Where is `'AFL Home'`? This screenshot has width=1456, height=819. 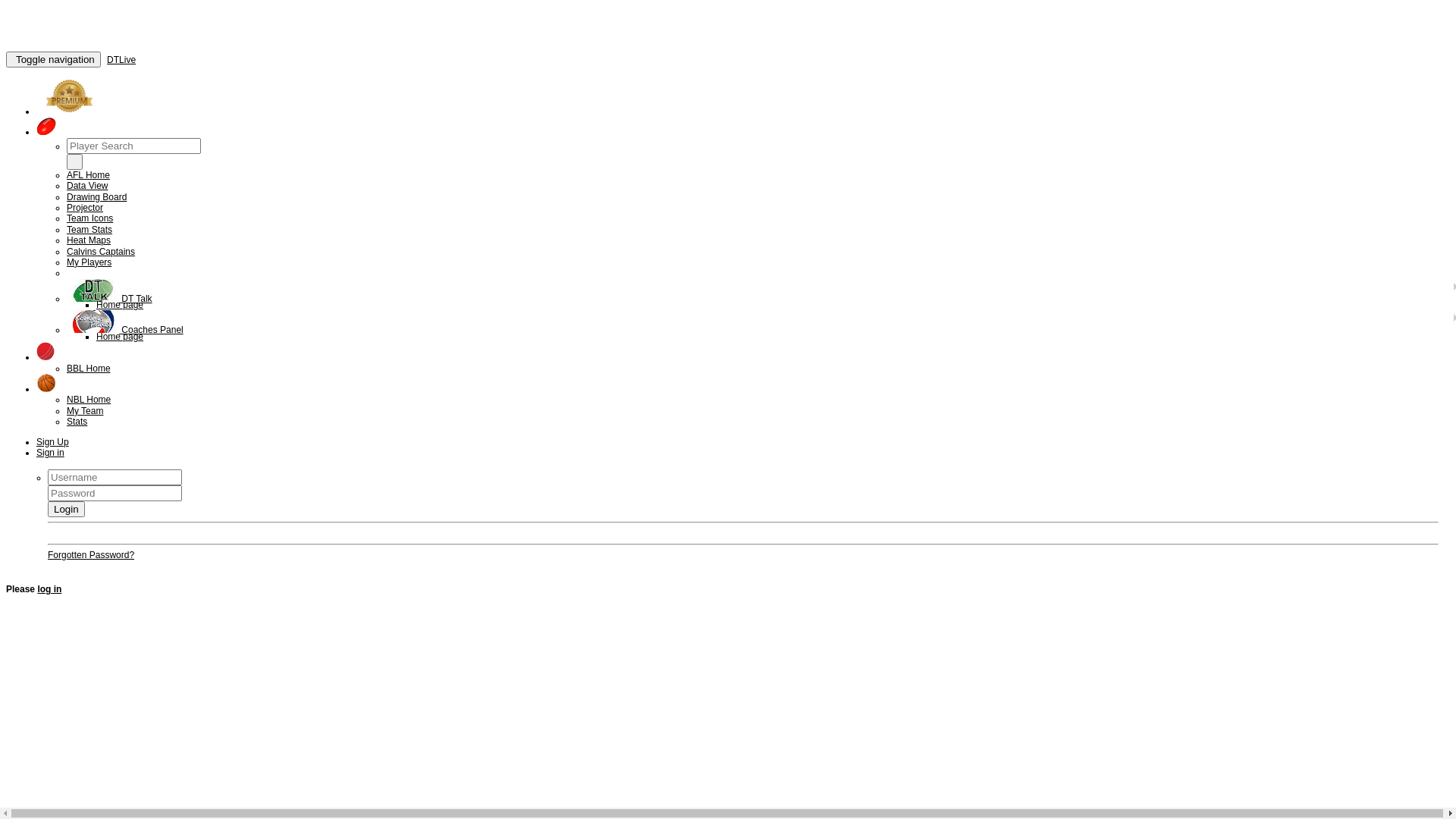
'AFL Home' is located at coordinates (87, 174).